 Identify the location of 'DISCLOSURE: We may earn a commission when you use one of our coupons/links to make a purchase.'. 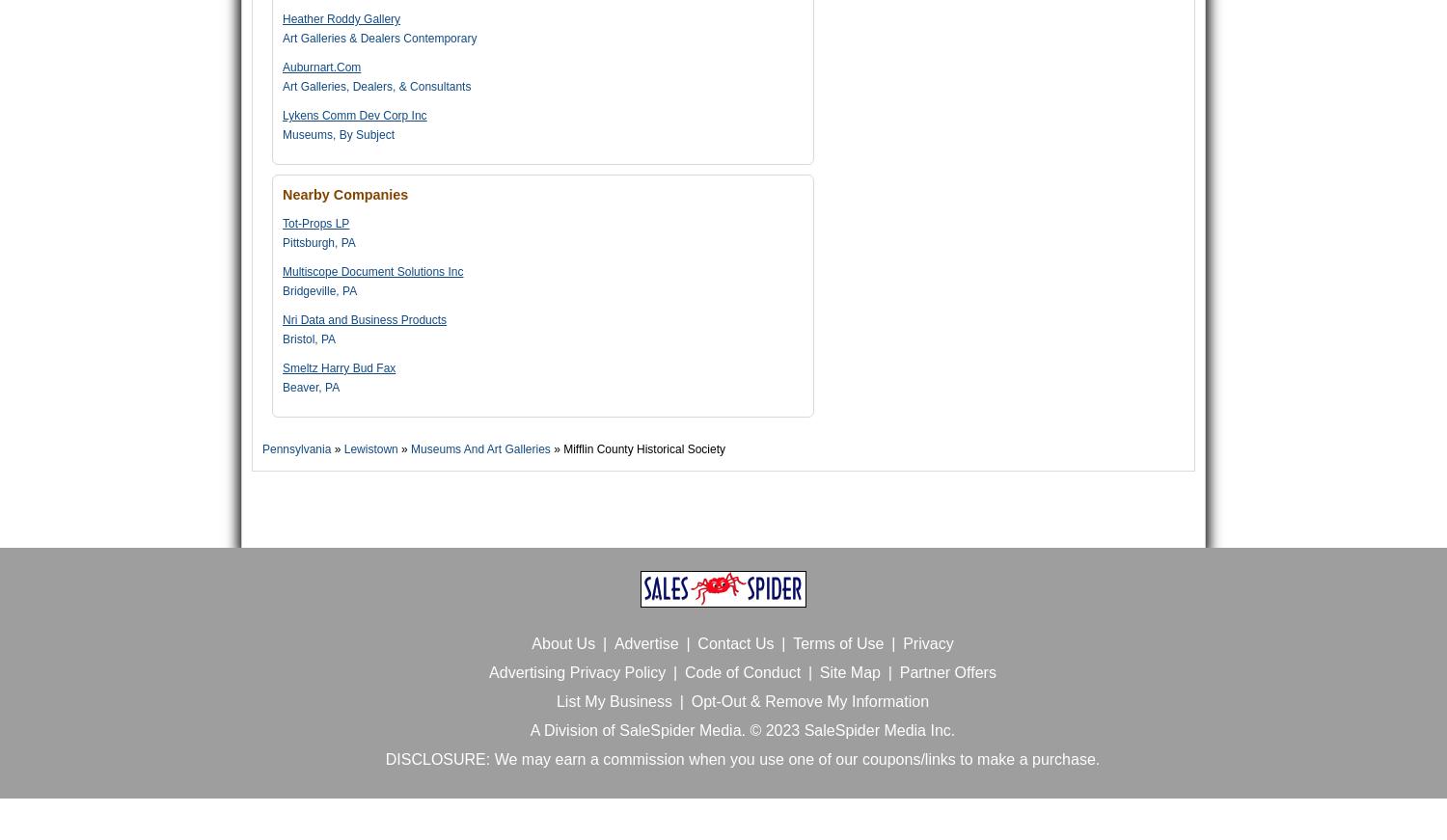
(742, 759).